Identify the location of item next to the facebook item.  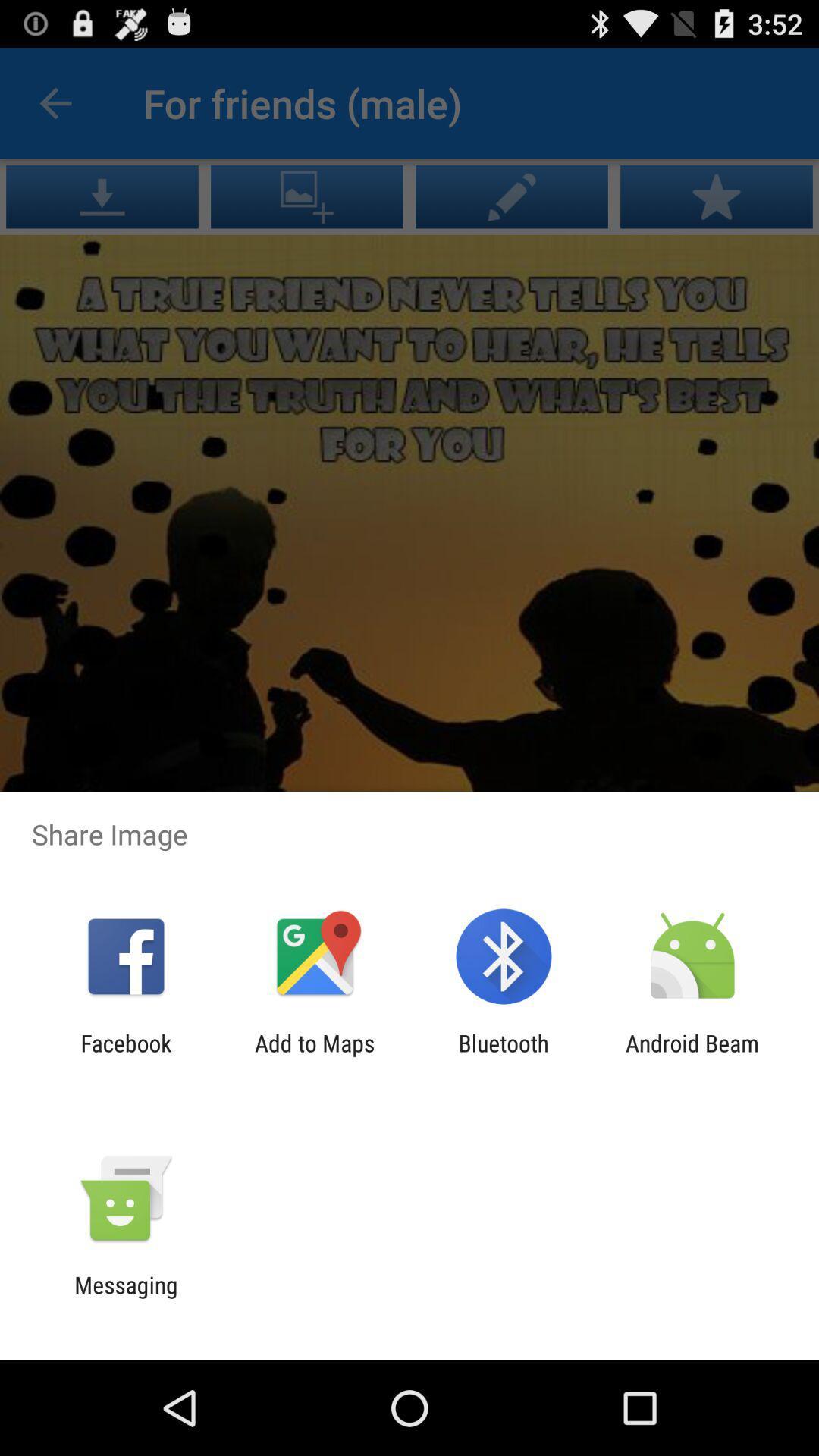
(314, 1056).